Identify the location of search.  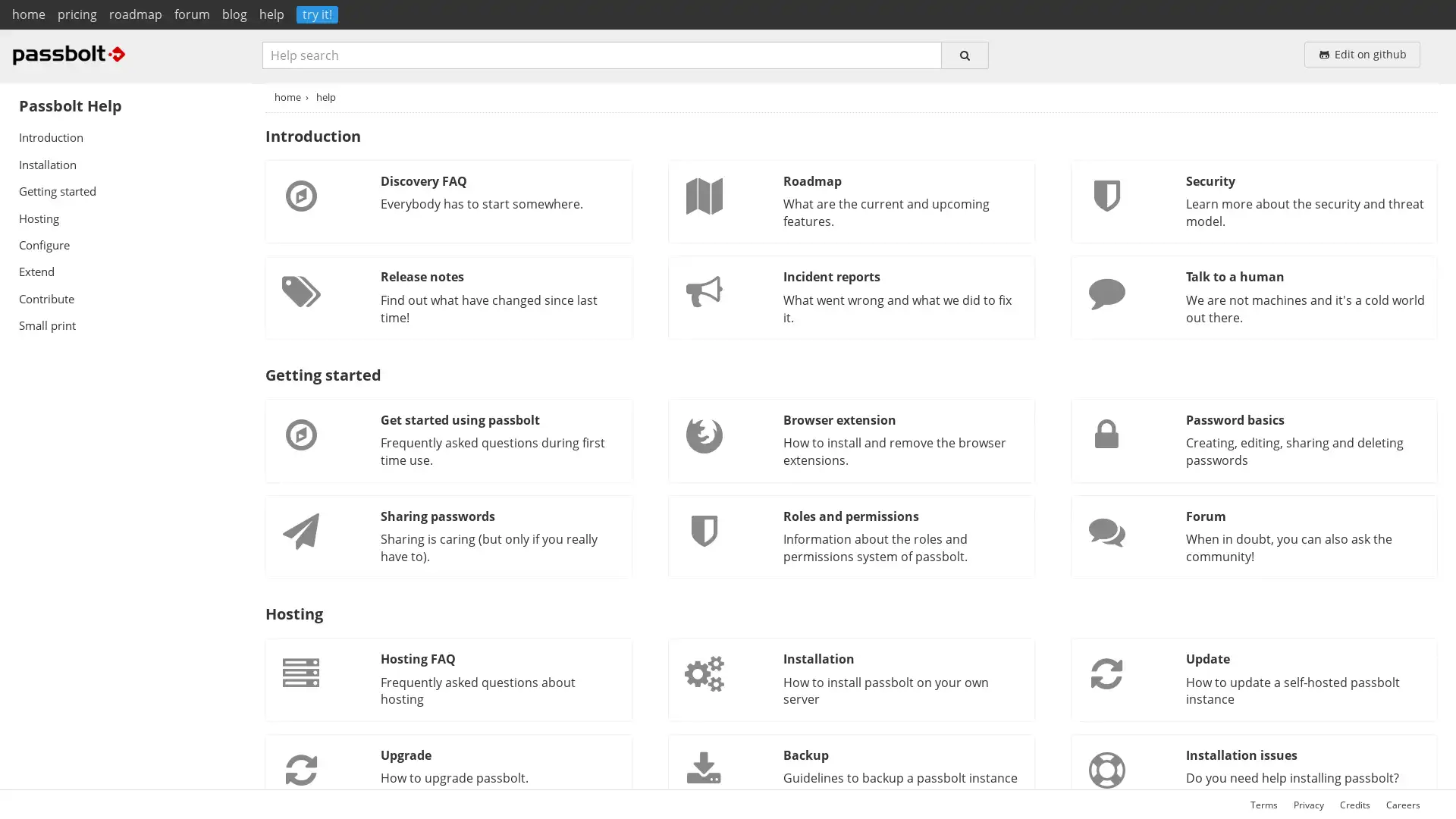
(964, 54).